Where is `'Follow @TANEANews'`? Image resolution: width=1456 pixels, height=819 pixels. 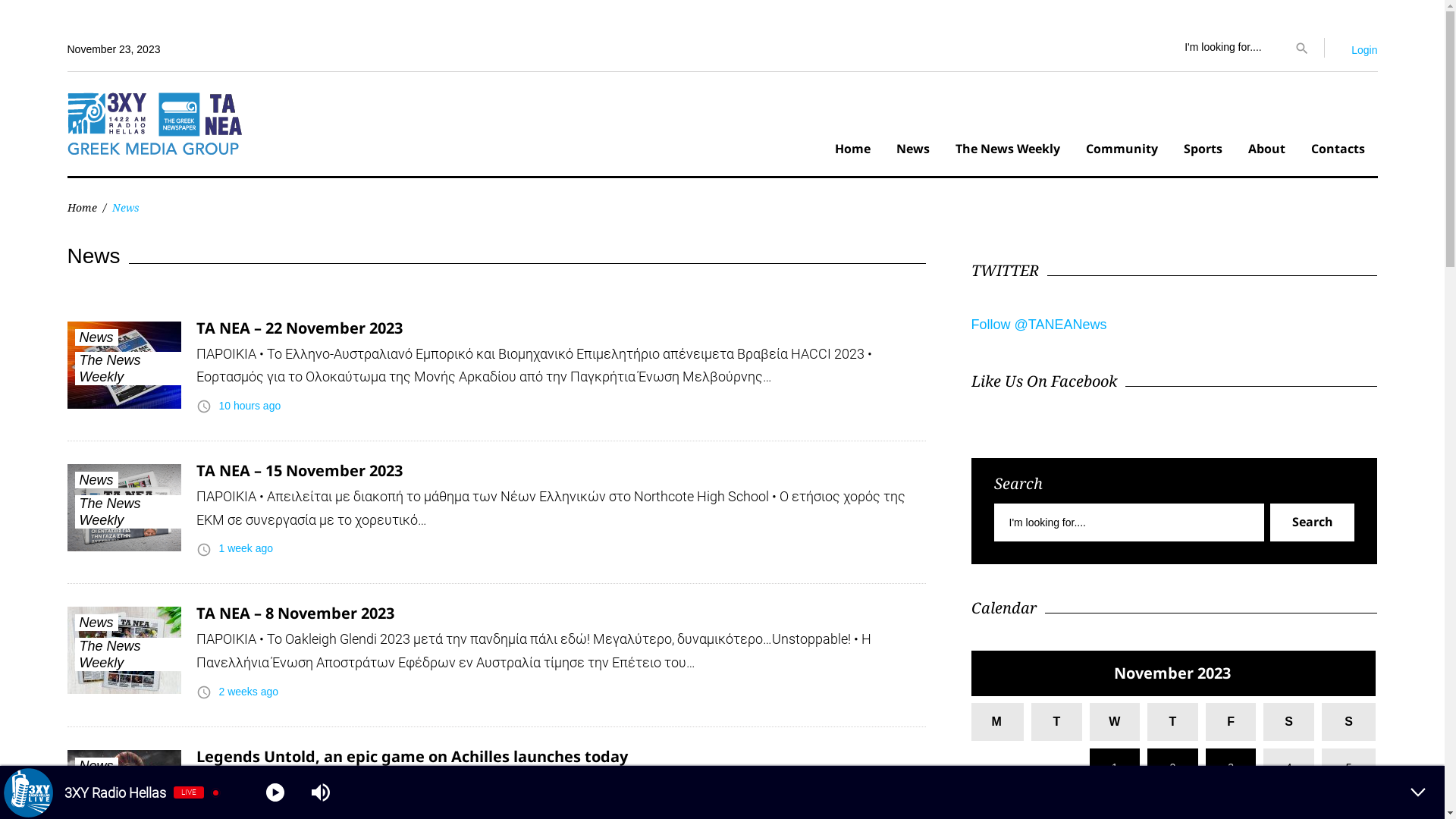
'Follow @TANEANews' is located at coordinates (1037, 324).